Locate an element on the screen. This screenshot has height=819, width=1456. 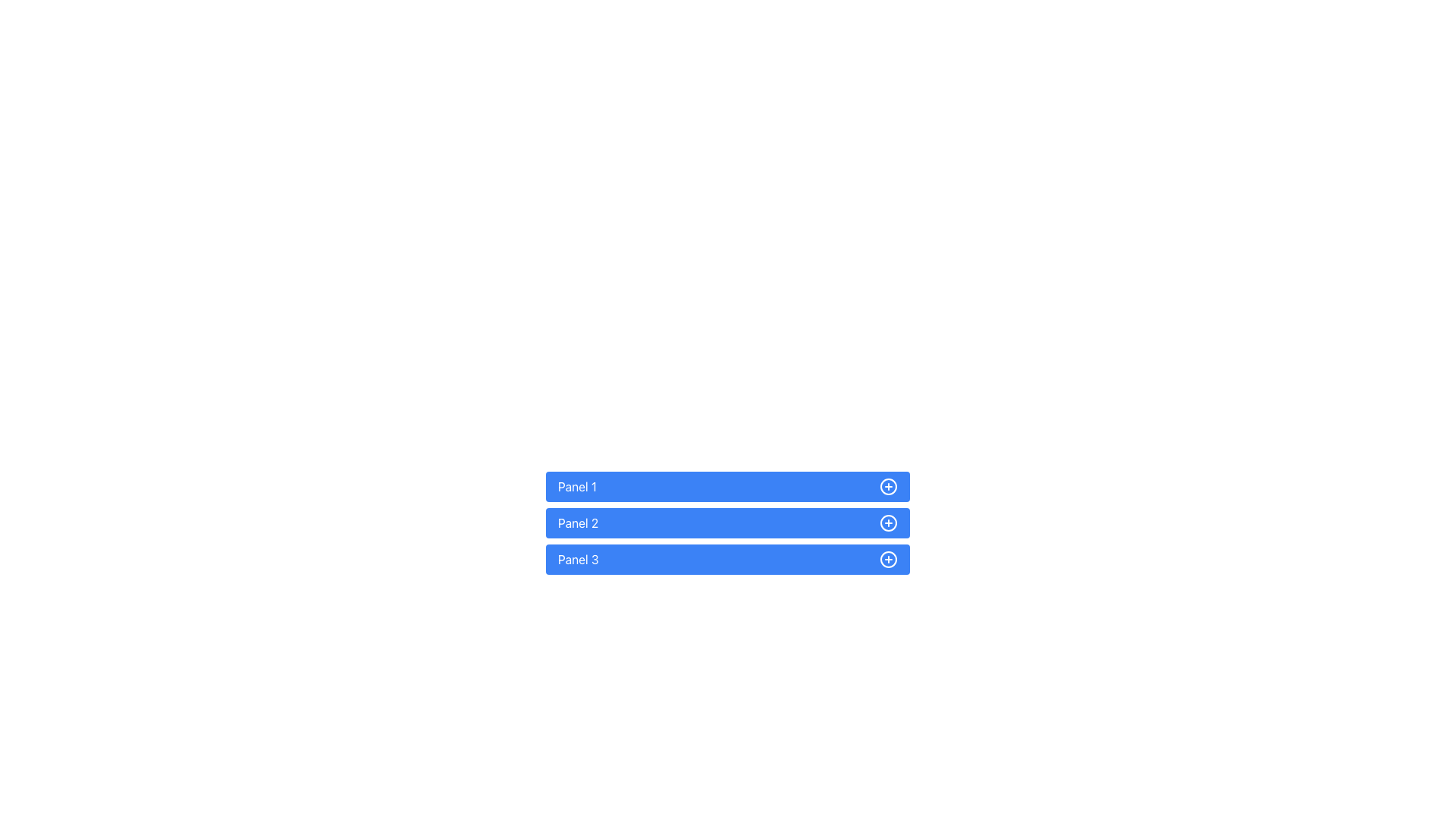
the second panel item is located at coordinates (728, 522).